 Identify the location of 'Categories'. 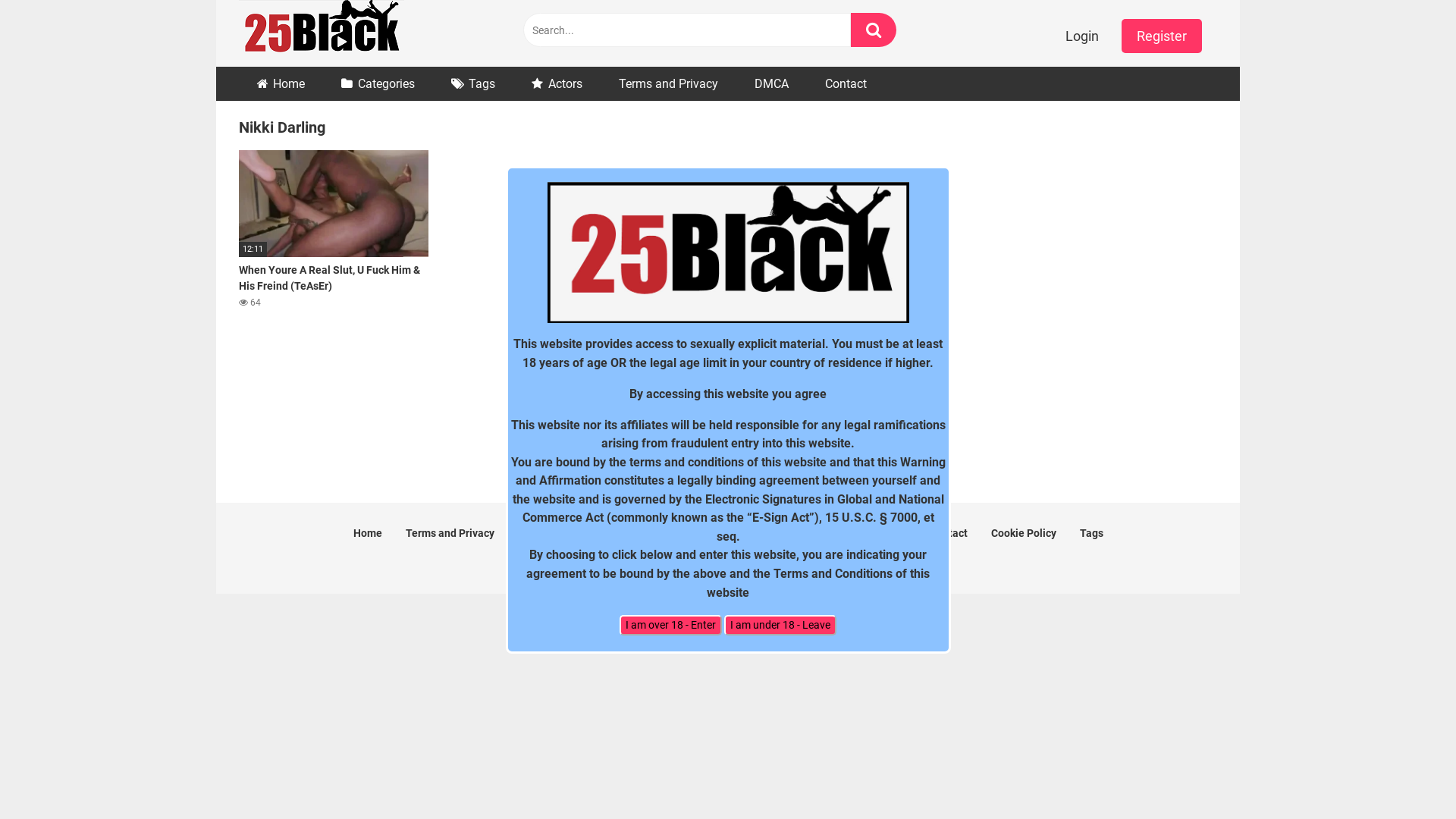
(378, 83).